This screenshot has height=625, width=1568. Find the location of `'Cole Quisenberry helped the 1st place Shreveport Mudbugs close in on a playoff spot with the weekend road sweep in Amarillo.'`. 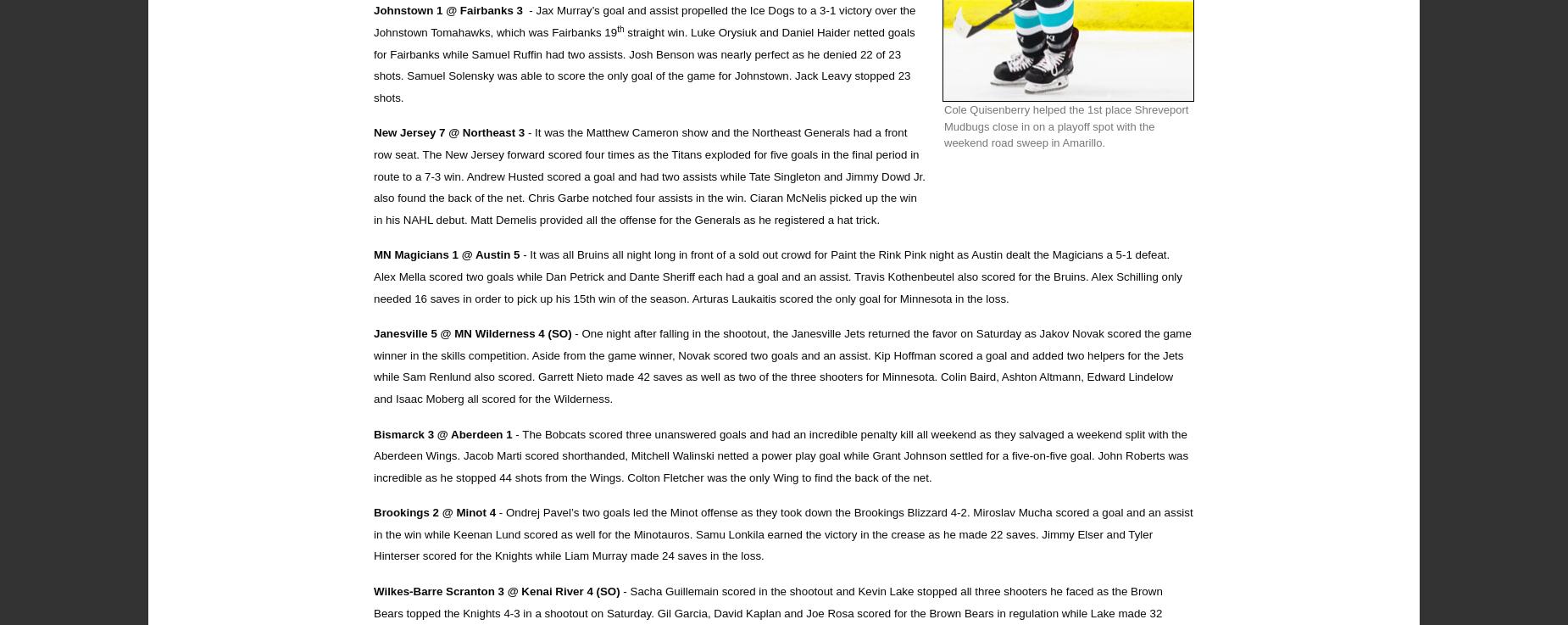

'Cole Quisenberry helped the 1st place Shreveport Mudbugs close in on a playoff spot with the weekend road sweep in Amarillo.' is located at coordinates (1065, 126).